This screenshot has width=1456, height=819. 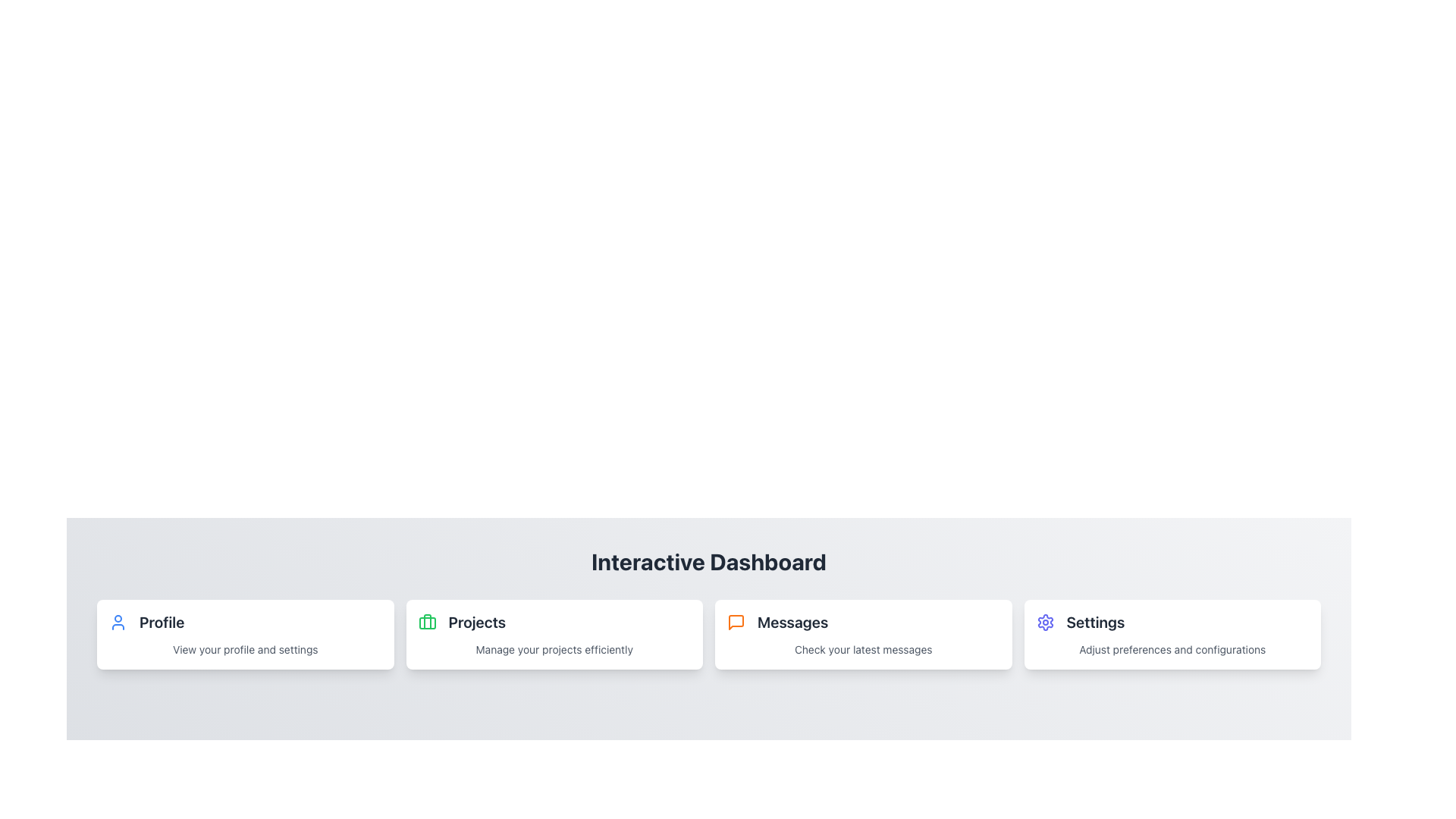 What do you see at coordinates (1095, 623) in the screenshot?
I see `the 'Settings' text label, which is displayed in bold, large dark gray text and is positioned in the rightmost column of a set of cards, following a graphical icon in a header group` at bounding box center [1095, 623].